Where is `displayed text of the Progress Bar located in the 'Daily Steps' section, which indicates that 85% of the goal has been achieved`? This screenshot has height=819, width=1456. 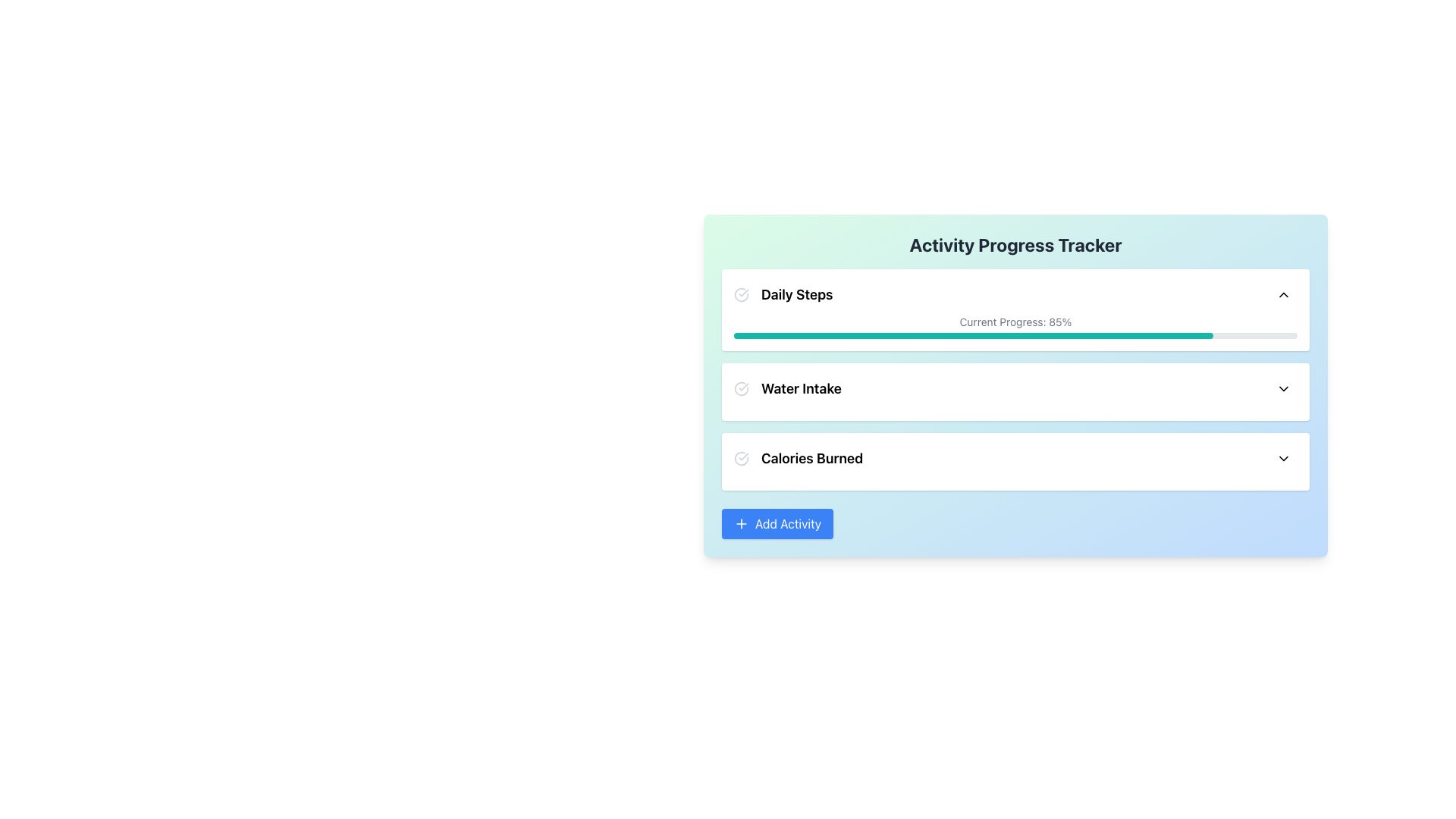
displayed text of the Progress Bar located in the 'Daily Steps' section, which indicates that 85% of the goal has been achieved is located at coordinates (1015, 326).